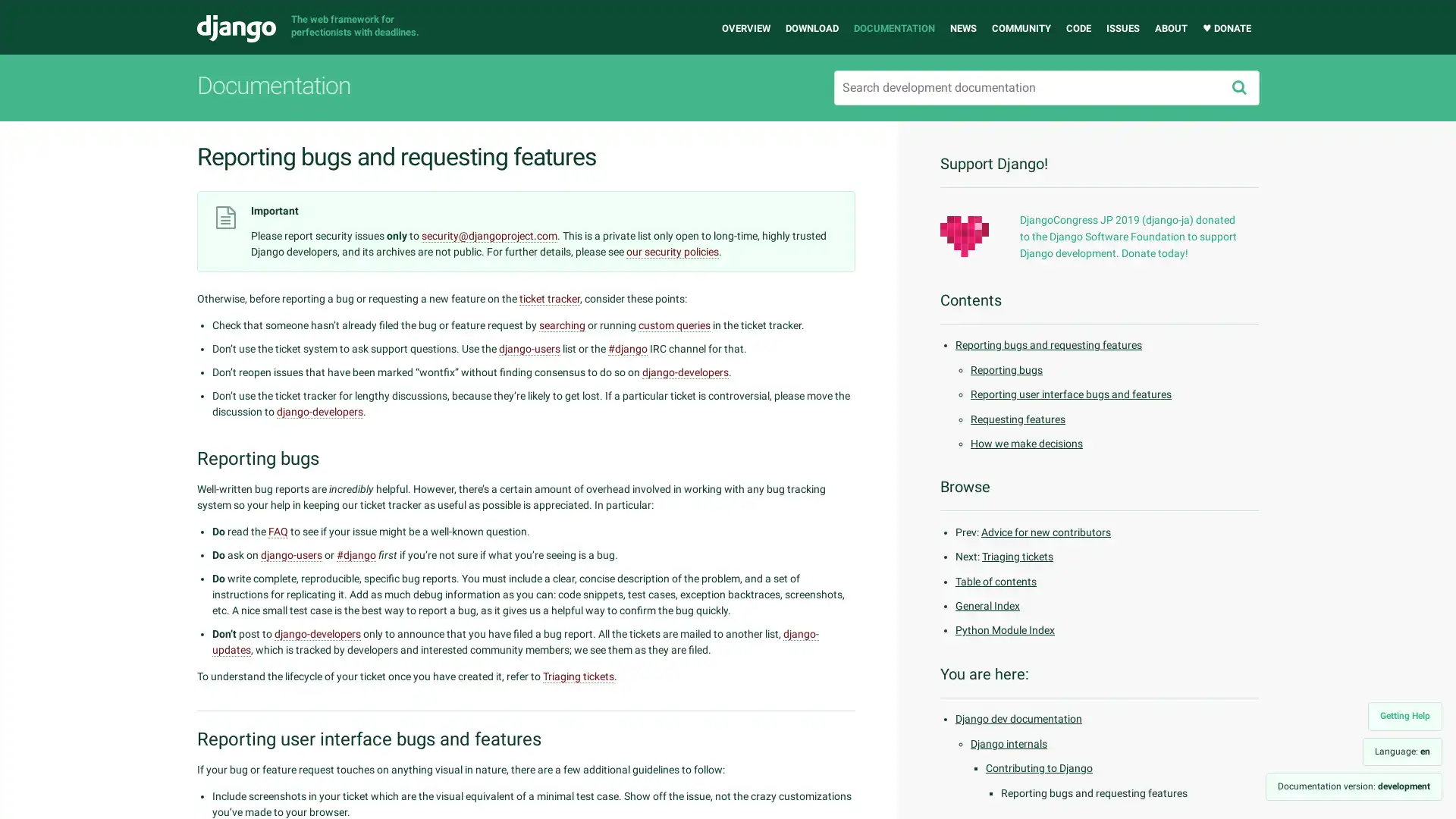 Image resolution: width=1456 pixels, height=819 pixels. Describe the element at coordinates (1238, 87) in the screenshot. I see `Search` at that location.